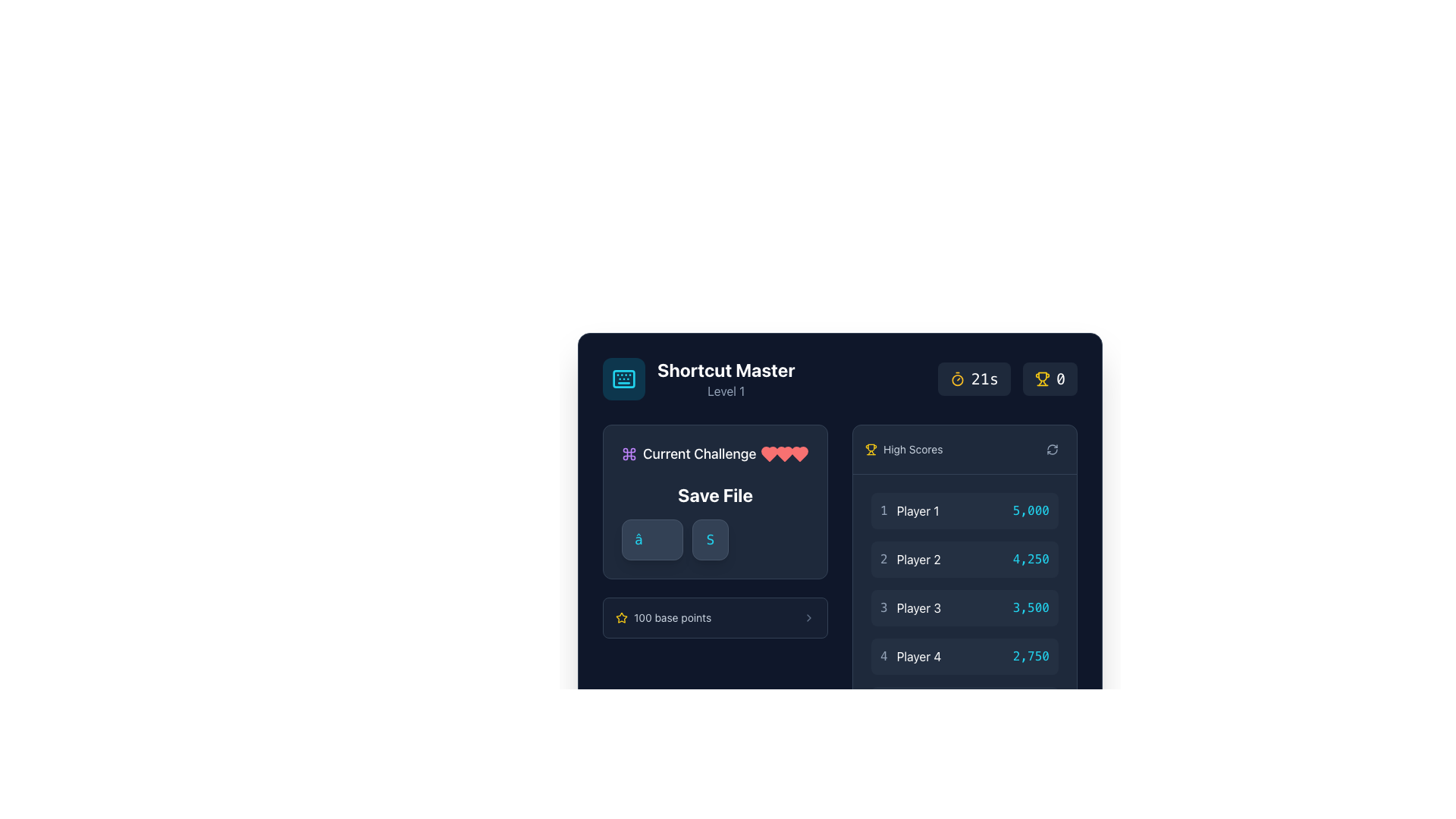 Image resolution: width=1456 pixels, height=819 pixels. What do you see at coordinates (910, 656) in the screenshot?
I see `the text label displaying the fourth-ranked player's details in the 'High Scores' list to associate it with the neighboring score information` at bounding box center [910, 656].